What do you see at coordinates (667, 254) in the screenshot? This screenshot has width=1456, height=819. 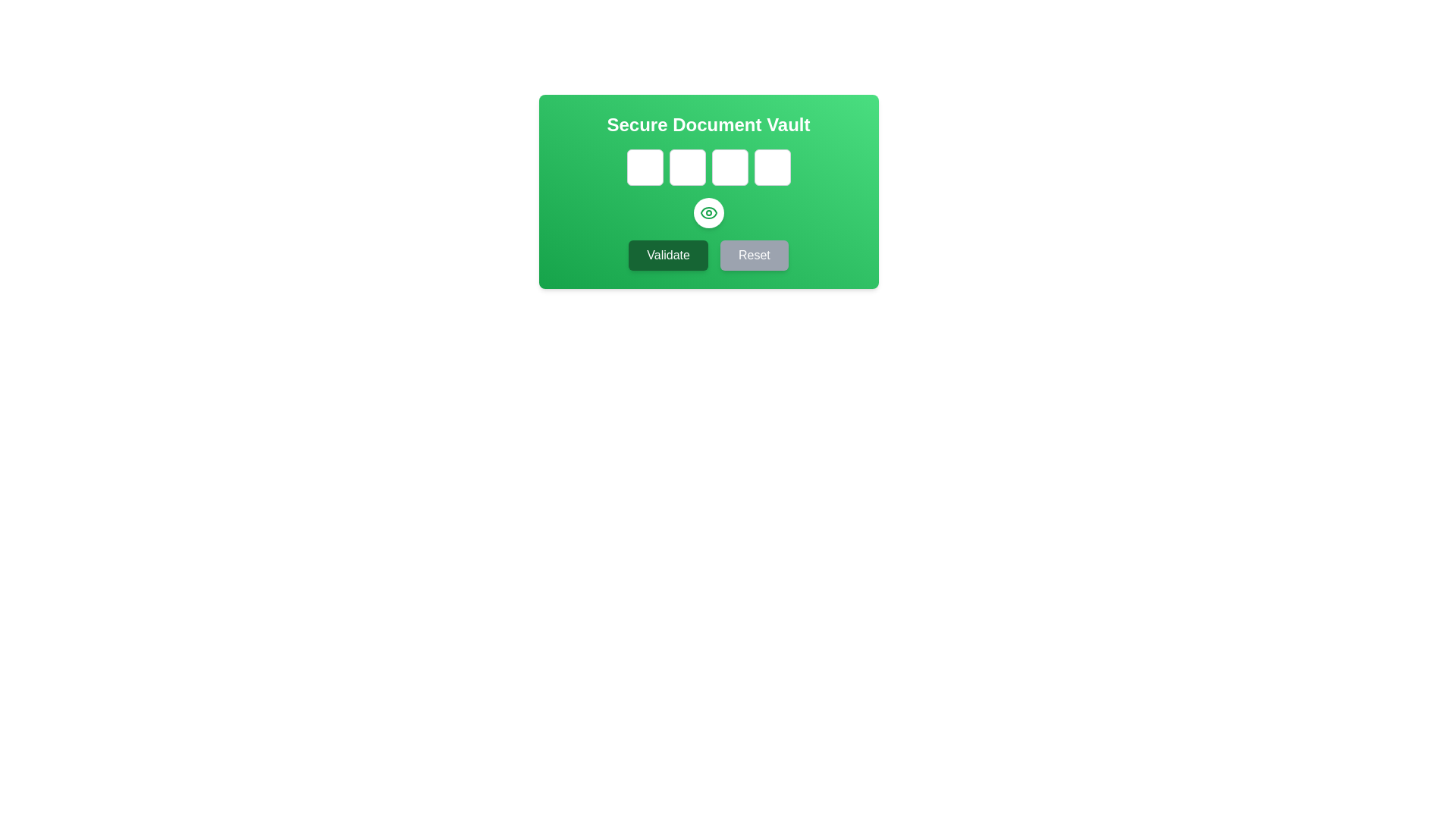 I see `the green 'Validate' button located at the bottom center of the 'Secure Document Vault' box` at bounding box center [667, 254].